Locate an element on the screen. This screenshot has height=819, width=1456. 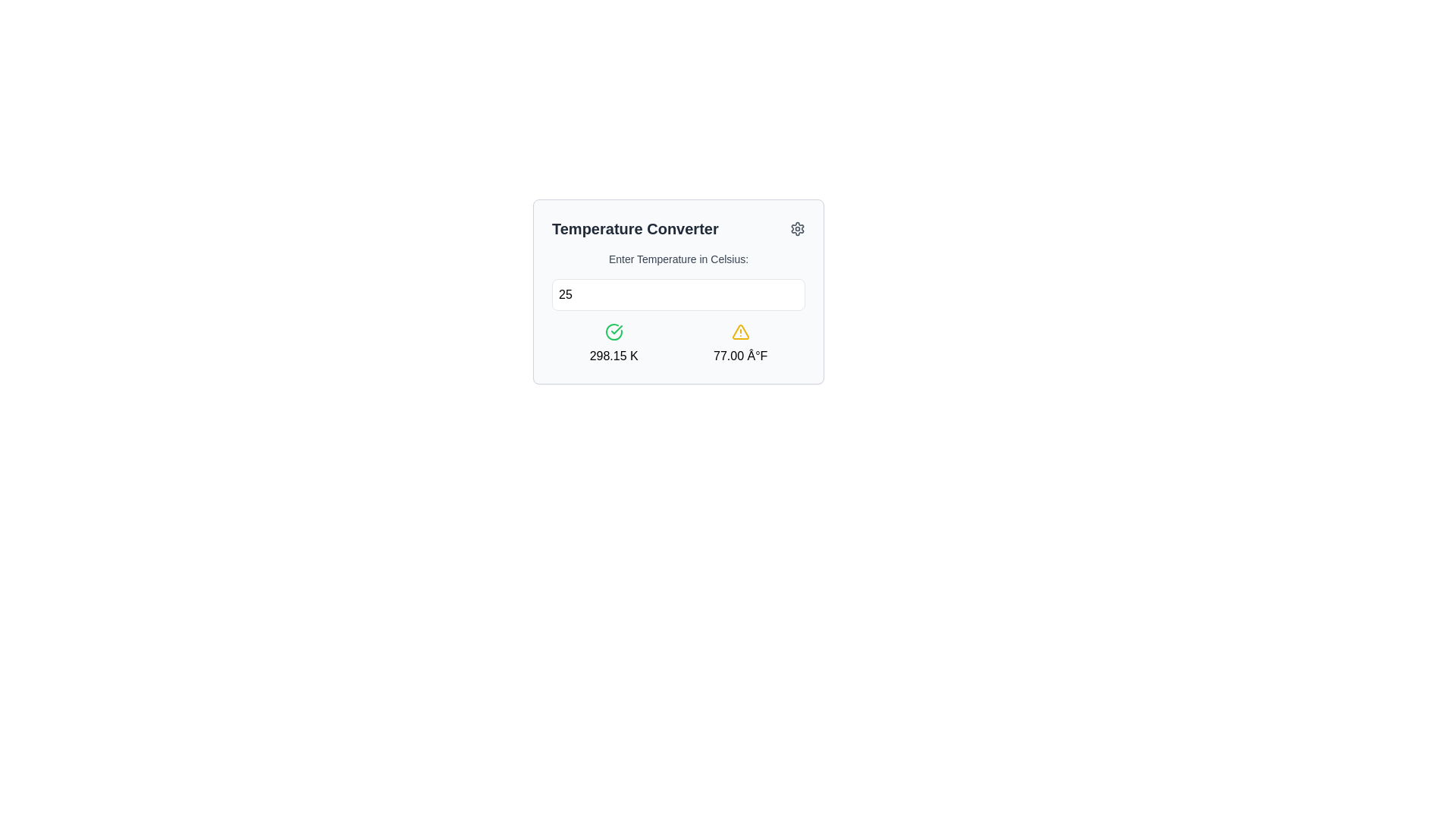
the Label displaying '298.15 K', which is positioned below the checkmark and warning icons in the temperature conversion display area is located at coordinates (613, 356).